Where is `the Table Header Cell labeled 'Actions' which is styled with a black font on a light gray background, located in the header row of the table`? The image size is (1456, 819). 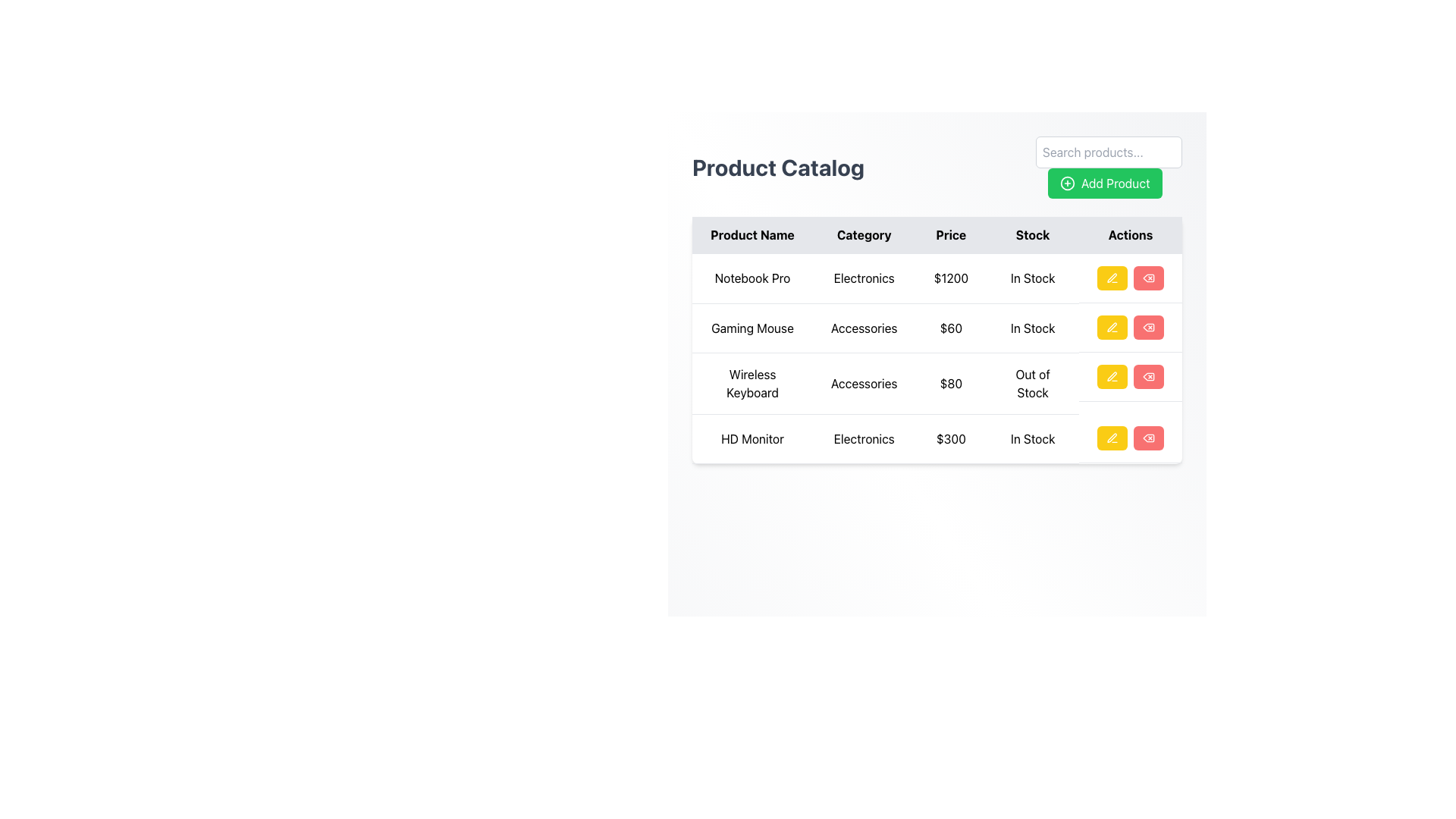 the Table Header Cell labeled 'Actions' which is styled with a black font on a light gray background, located in the header row of the table is located at coordinates (1131, 235).